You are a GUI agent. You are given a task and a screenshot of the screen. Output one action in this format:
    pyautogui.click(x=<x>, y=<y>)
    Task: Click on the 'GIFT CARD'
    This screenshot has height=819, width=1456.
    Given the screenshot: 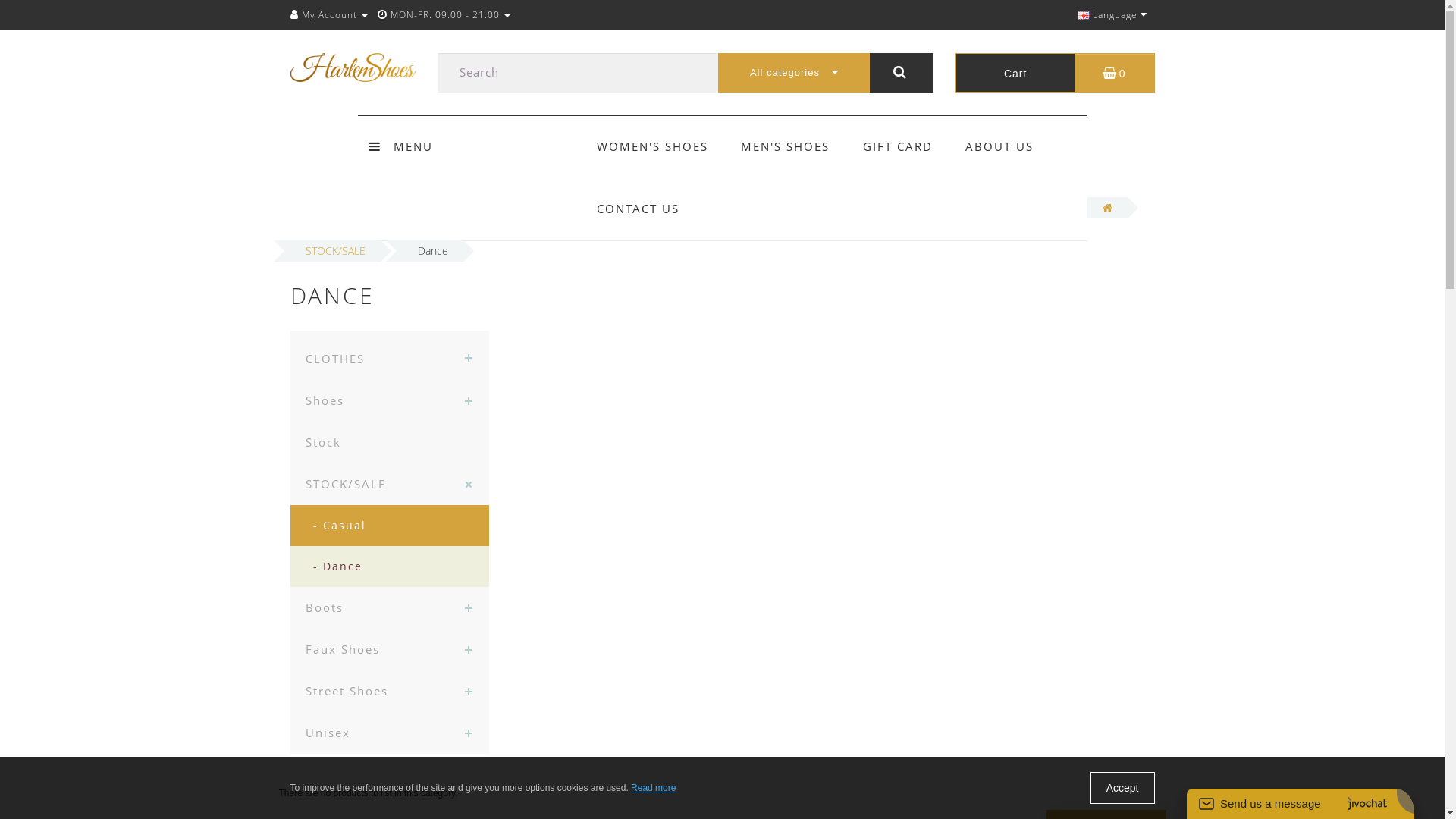 What is the action you would take?
    pyautogui.click(x=898, y=146)
    